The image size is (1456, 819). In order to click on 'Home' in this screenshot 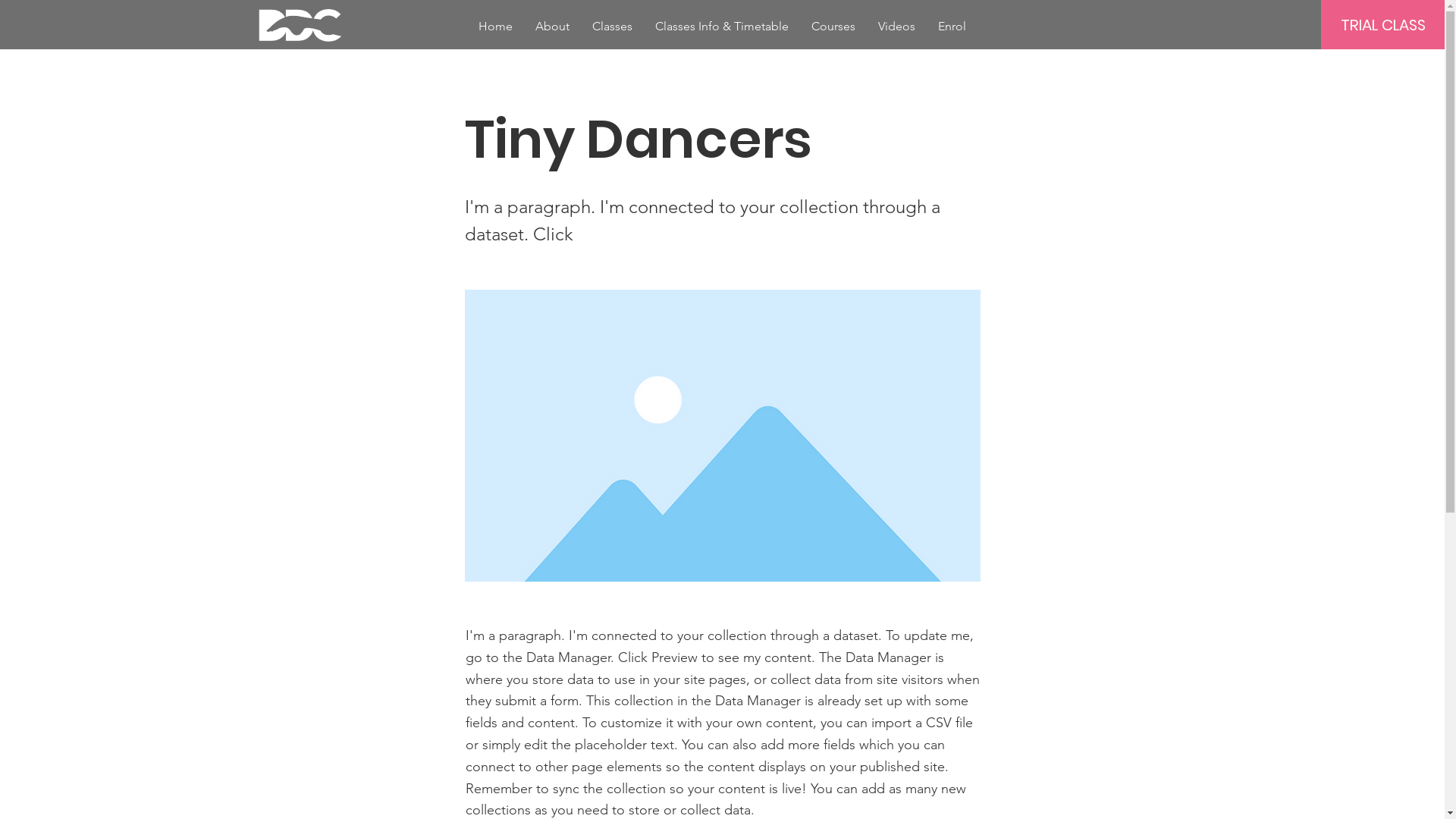, I will do `click(495, 26)`.